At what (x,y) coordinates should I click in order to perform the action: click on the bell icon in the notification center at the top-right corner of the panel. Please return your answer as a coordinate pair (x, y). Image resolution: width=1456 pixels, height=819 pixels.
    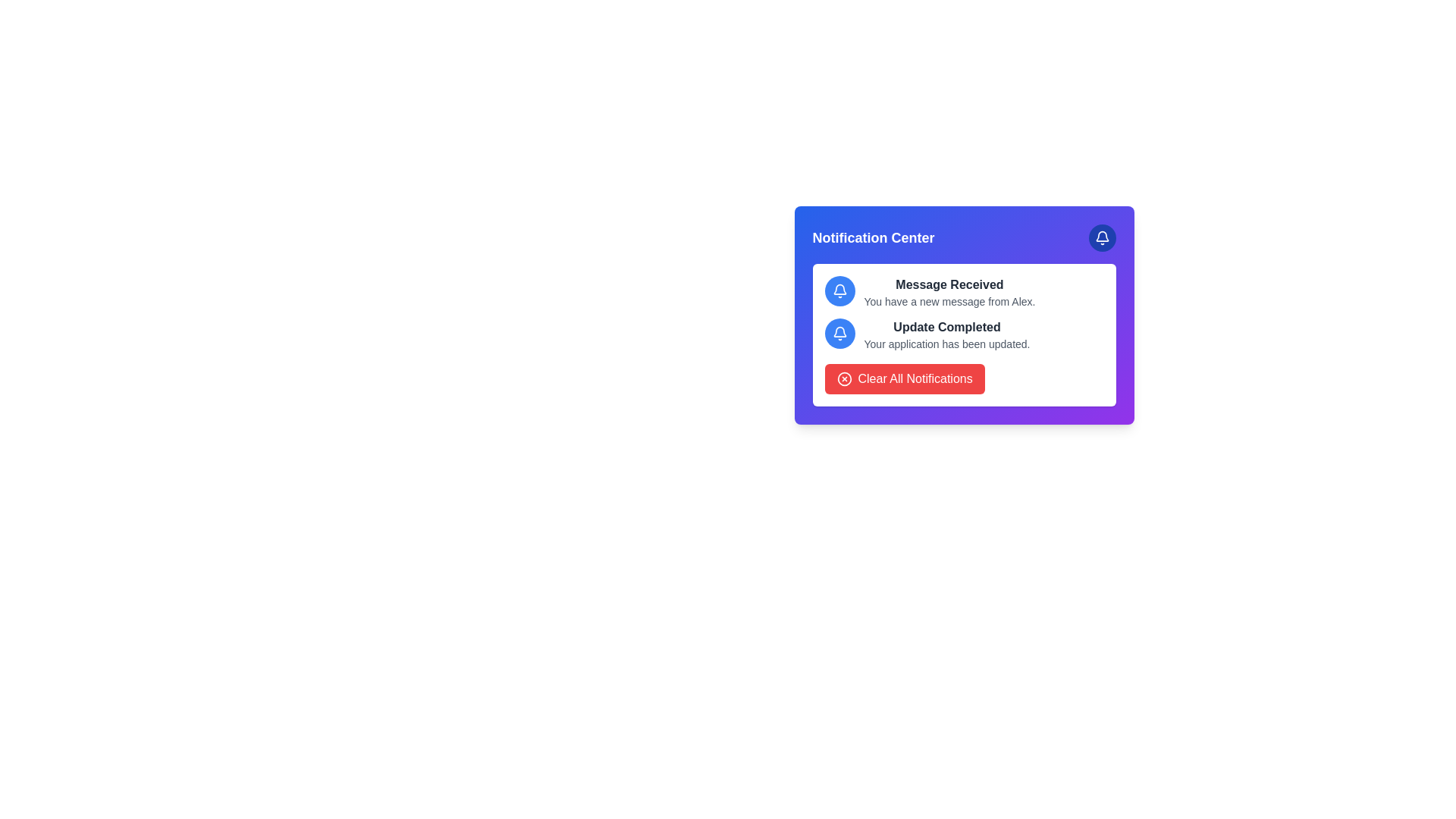
    Looking at the image, I should click on (1102, 236).